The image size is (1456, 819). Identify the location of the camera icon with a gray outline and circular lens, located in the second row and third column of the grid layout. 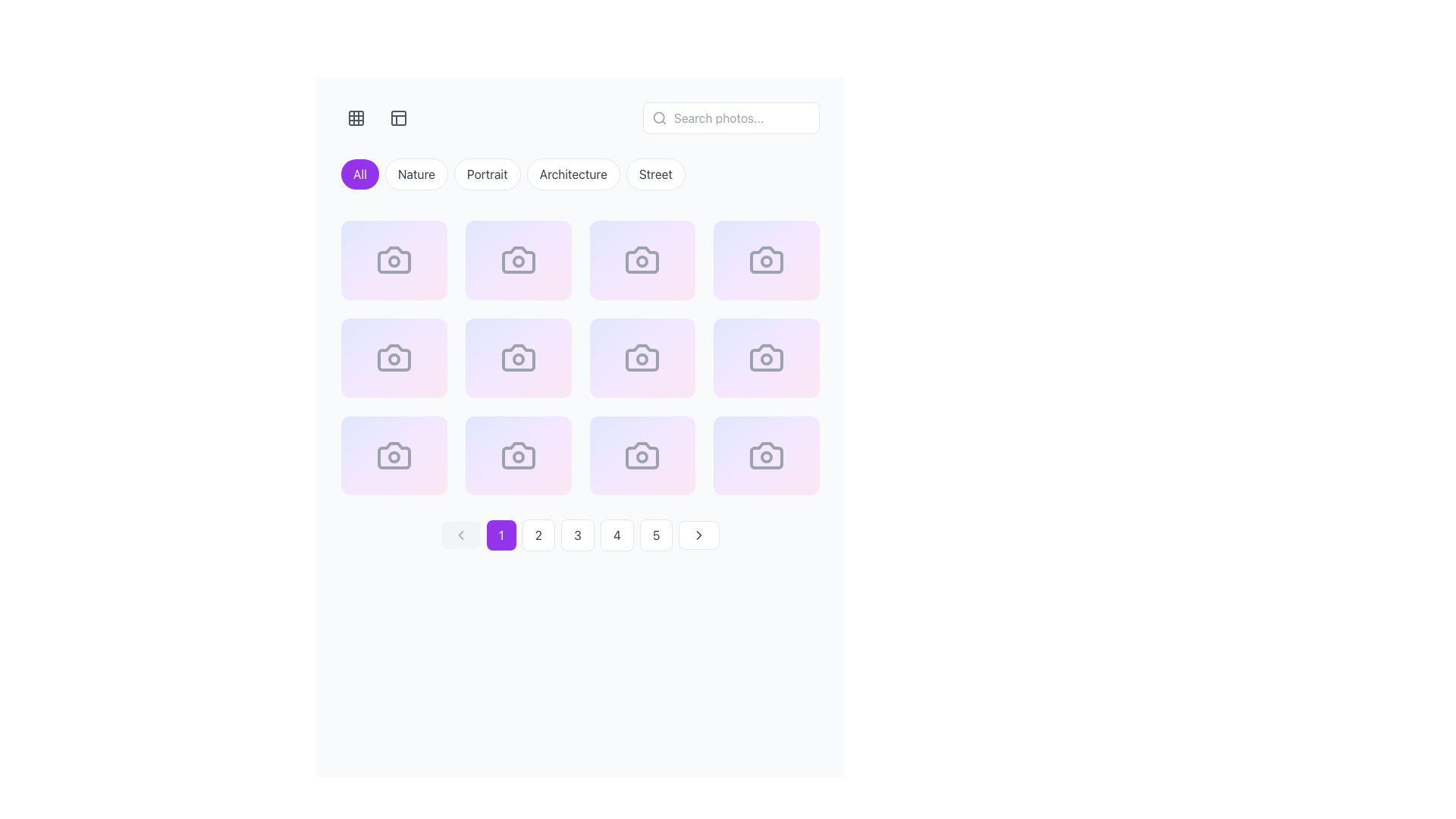
(642, 259).